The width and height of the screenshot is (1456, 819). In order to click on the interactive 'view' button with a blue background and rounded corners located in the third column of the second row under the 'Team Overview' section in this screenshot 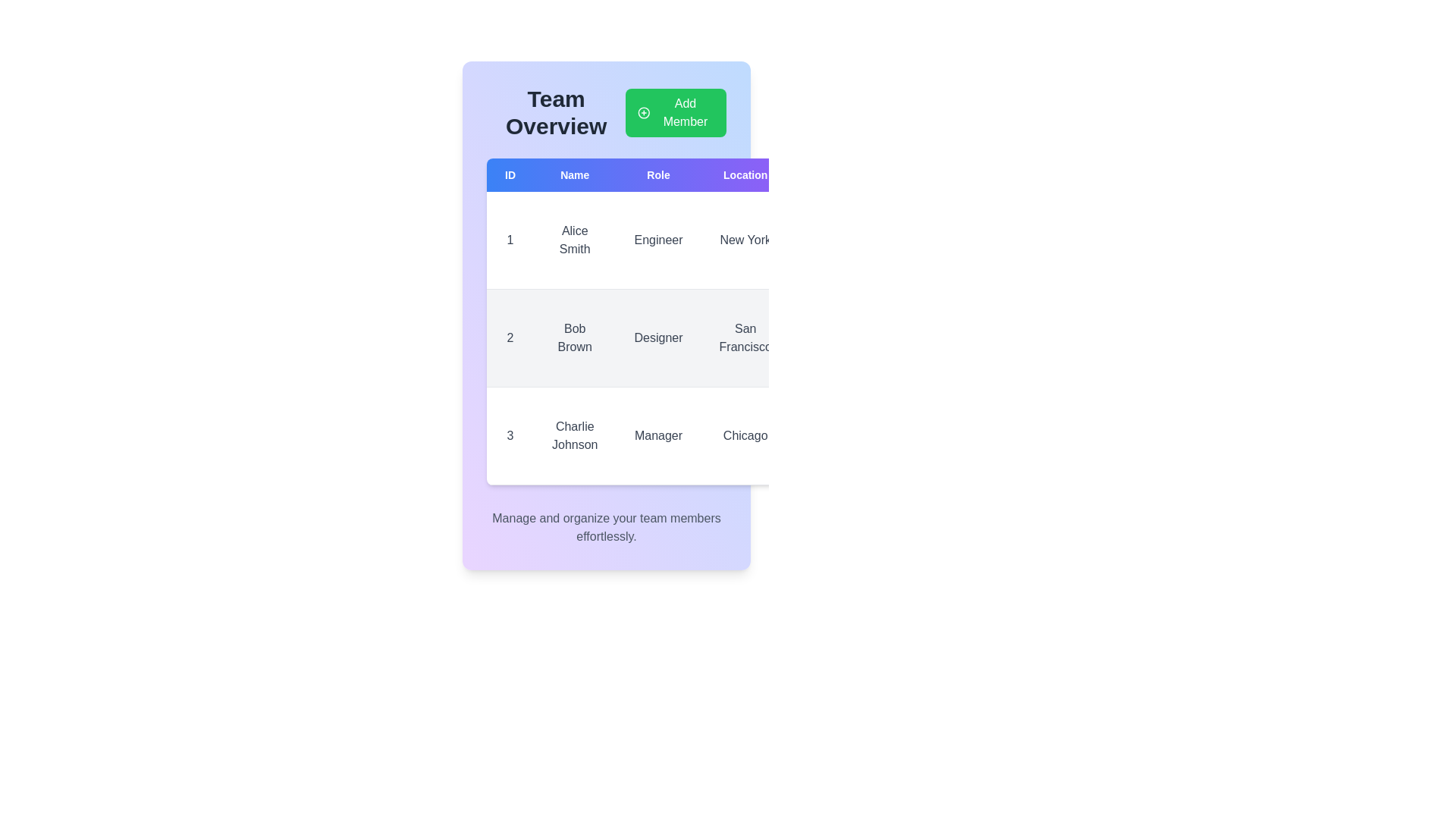, I will do `click(824, 312)`.